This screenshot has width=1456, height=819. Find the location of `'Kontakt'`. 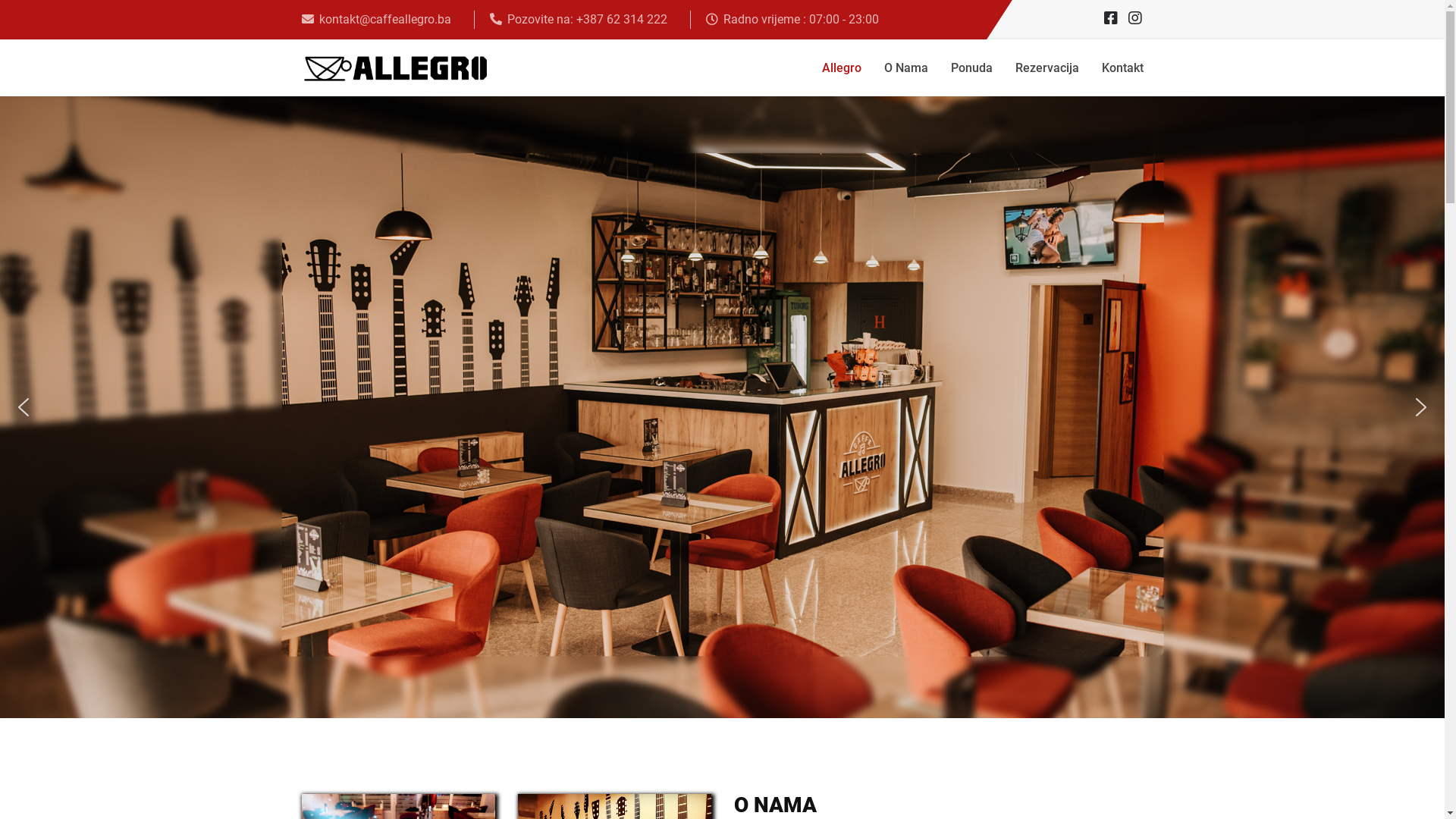

'Kontakt' is located at coordinates (1122, 67).